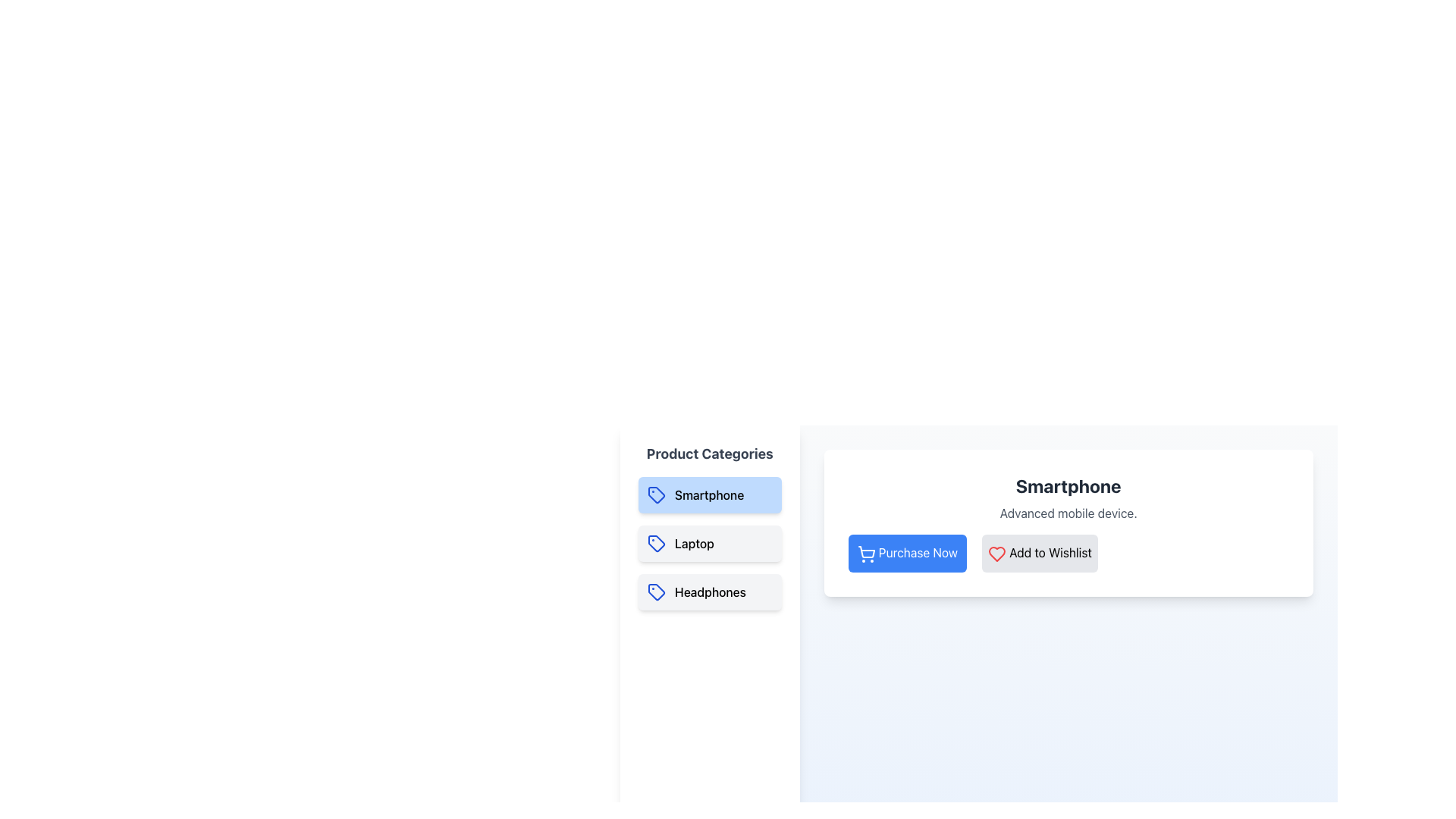  Describe the element at coordinates (709, 494) in the screenshot. I see `the 'Smartphone' category button, which is the first button in the 'Product Categories' list, featuring a light blue background and a tag icon` at that location.